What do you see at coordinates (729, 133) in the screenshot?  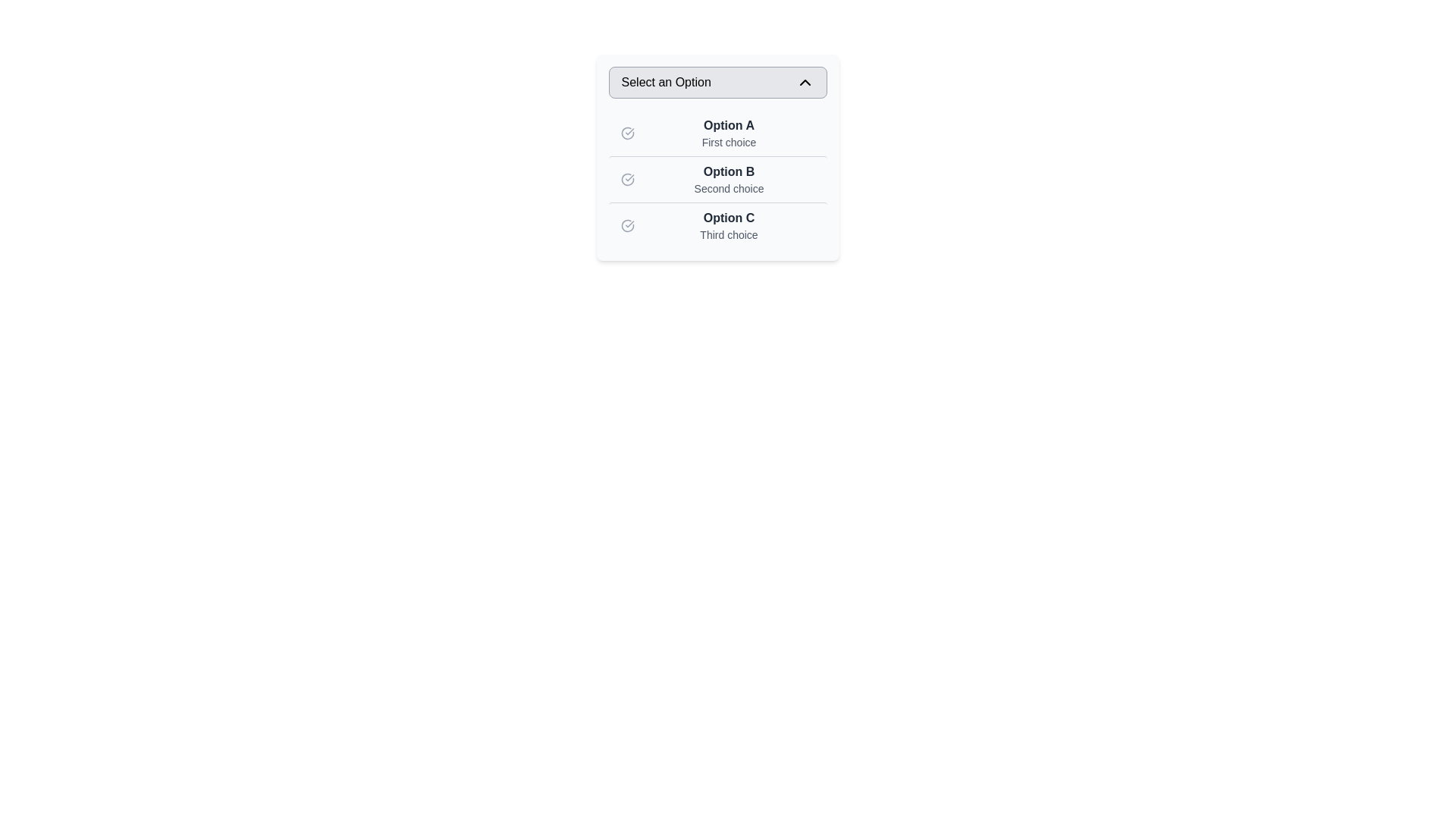 I see `the first selectable option 'Option A' in the dropdown menu labeled 'Select an Option'` at bounding box center [729, 133].